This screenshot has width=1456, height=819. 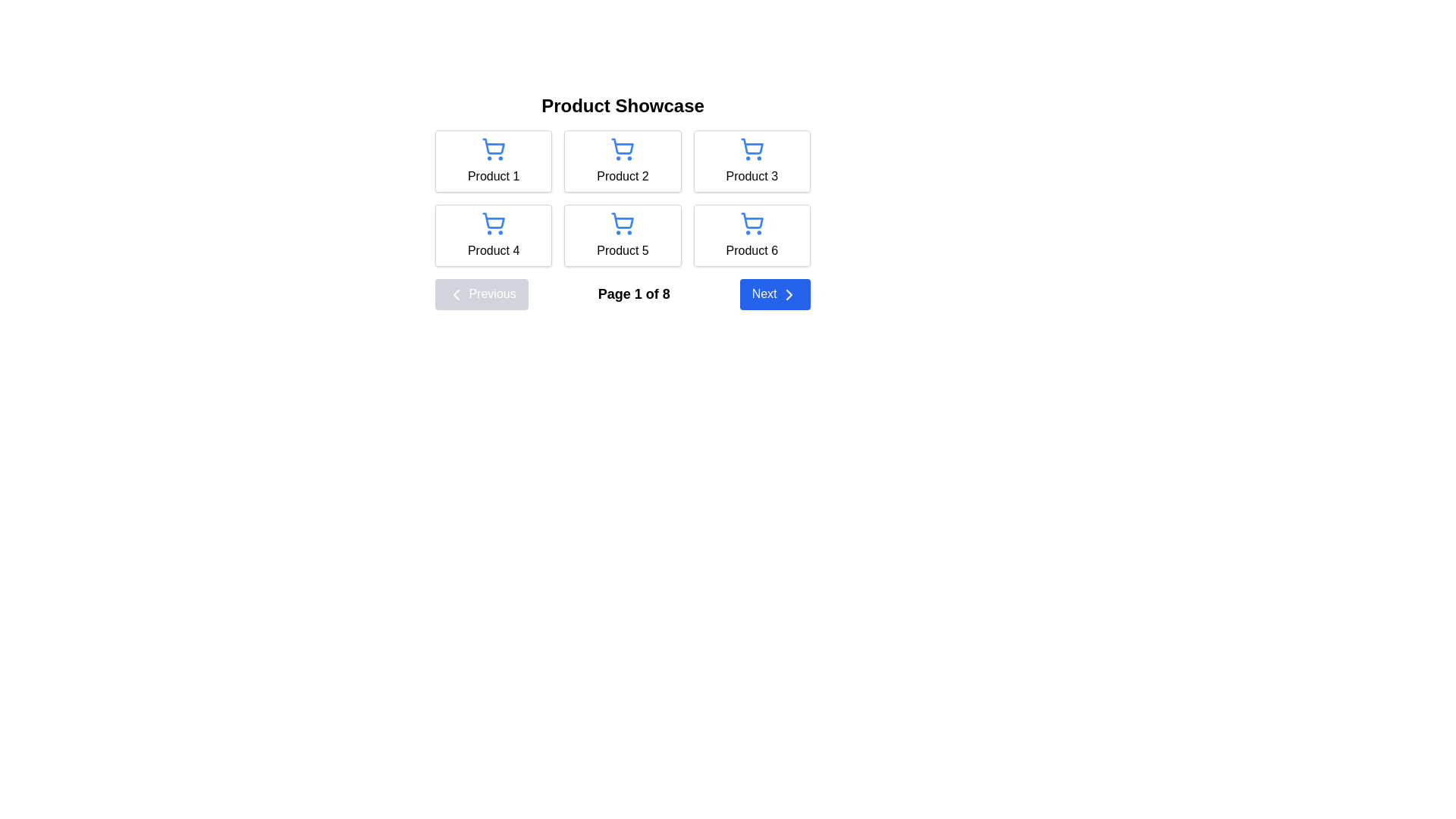 What do you see at coordinates (752, 161) in the screenshot?
I see `the static card component displaying 'Product 3' with a shopping cart icon located in the top-right corner of the grid layout` at bounding box center [752, 161].